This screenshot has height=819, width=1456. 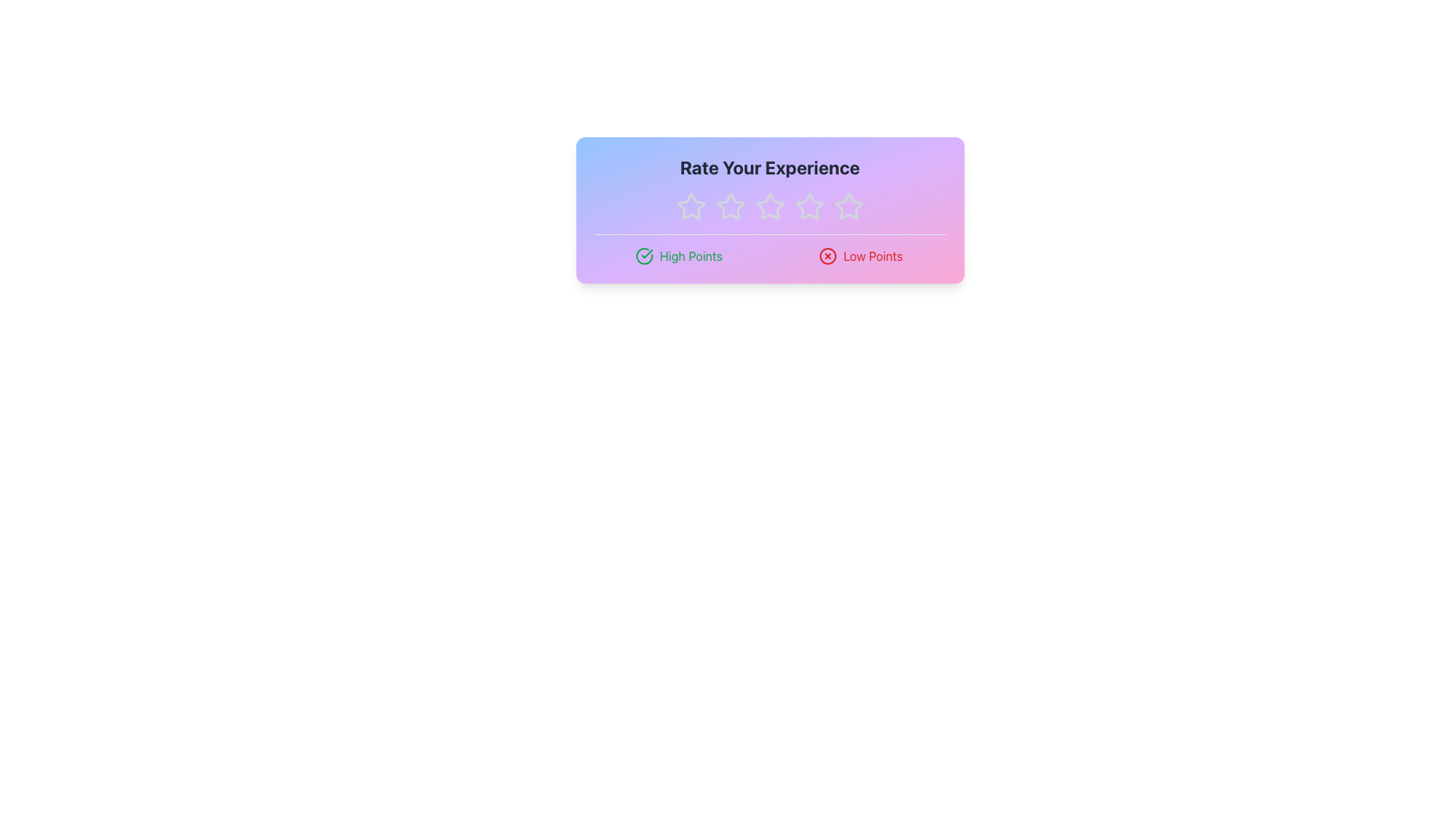 What do you see at coordinates (861, 256) in the screenshot?
I see `the 'Low Points' label, which is styled in red and indicates a negative aspect, located on the right side of the layout beneath the star icons` at bounding box center [861, 256].